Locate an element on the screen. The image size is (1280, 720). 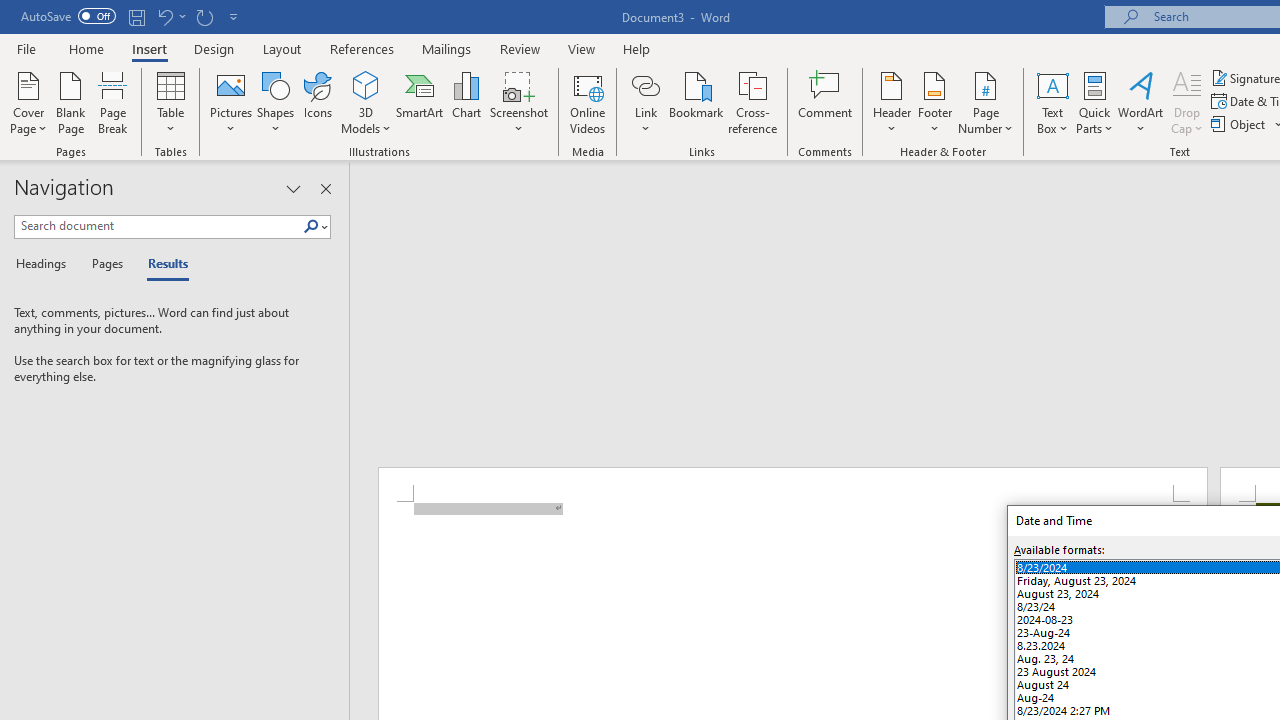
'Link' is located at coordinates (645, 84).